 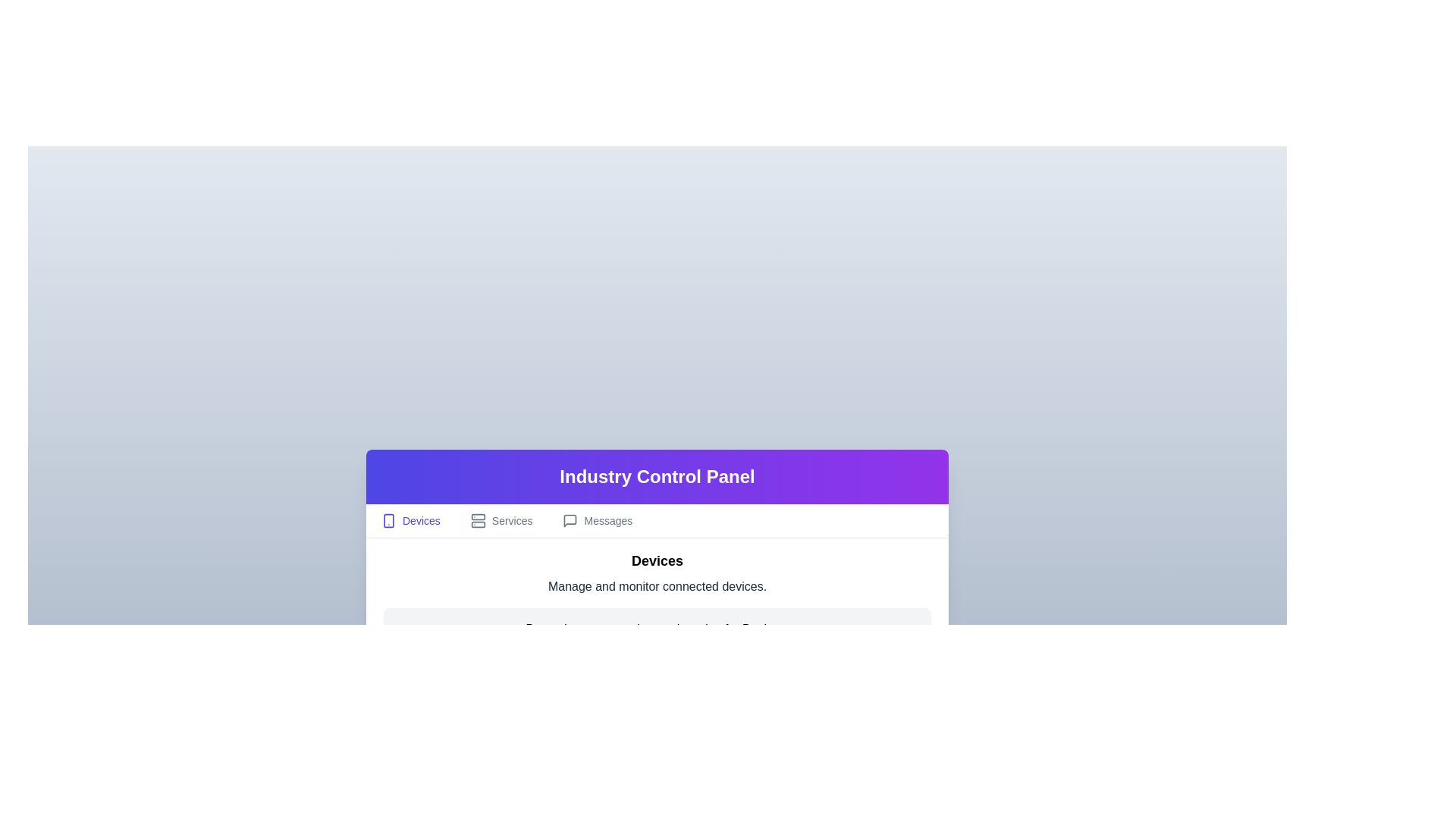 I want to click on the Messages tab, so click(x=597, y=519).